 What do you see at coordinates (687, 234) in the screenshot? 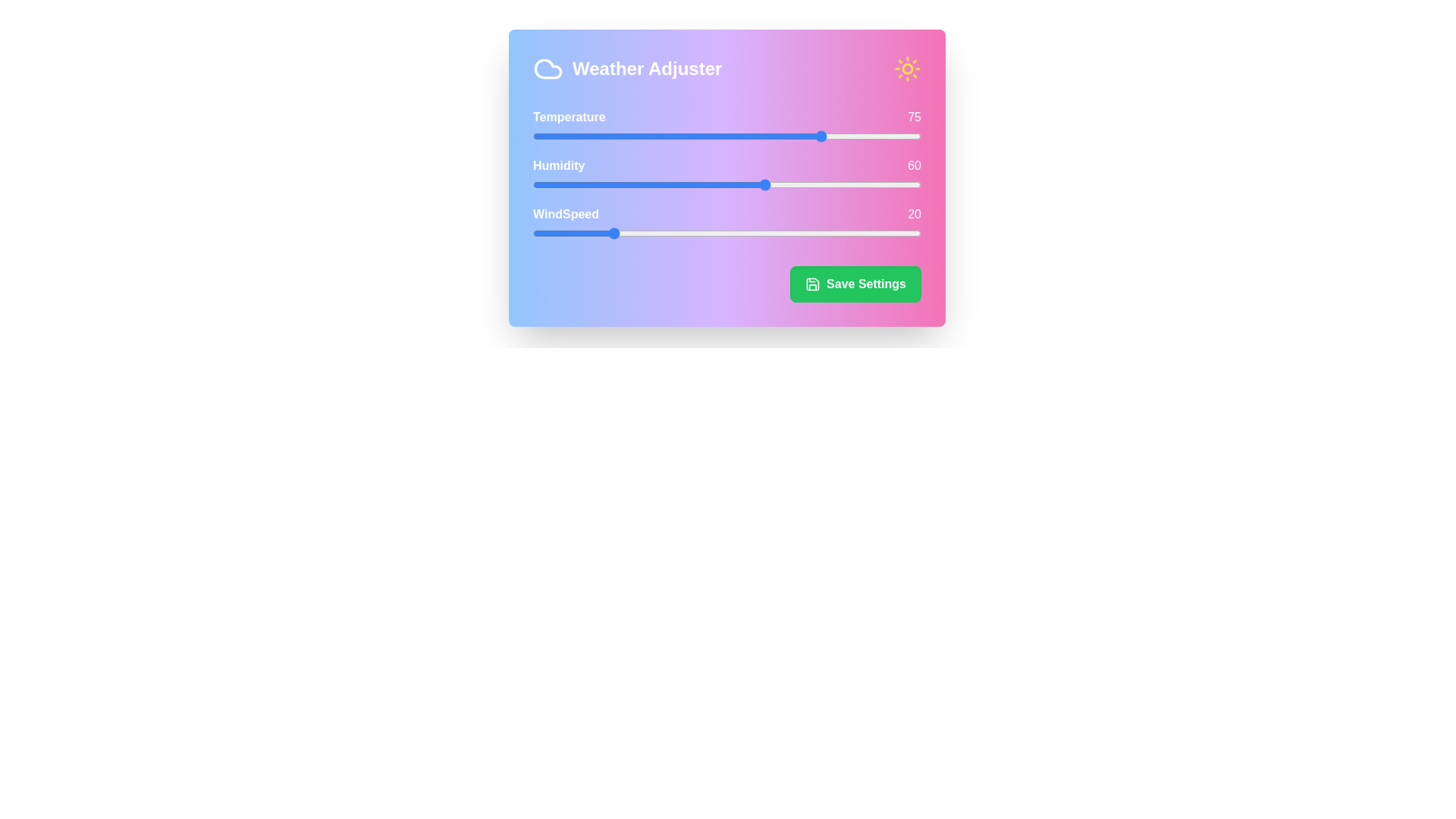
I see `the wind speed` at bounding box center [687, 234].